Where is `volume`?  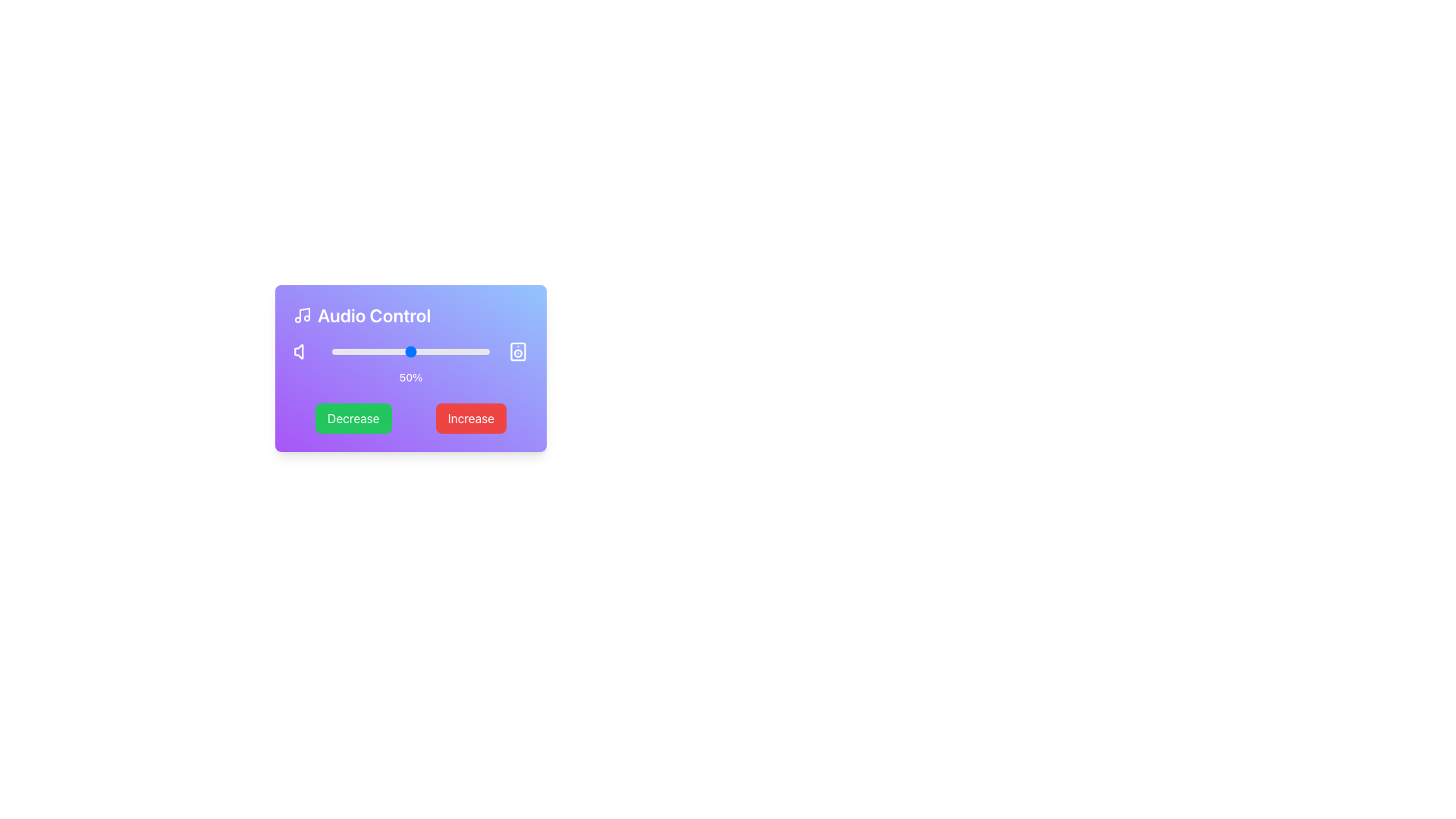 volume is located at coordinates (425, 351).